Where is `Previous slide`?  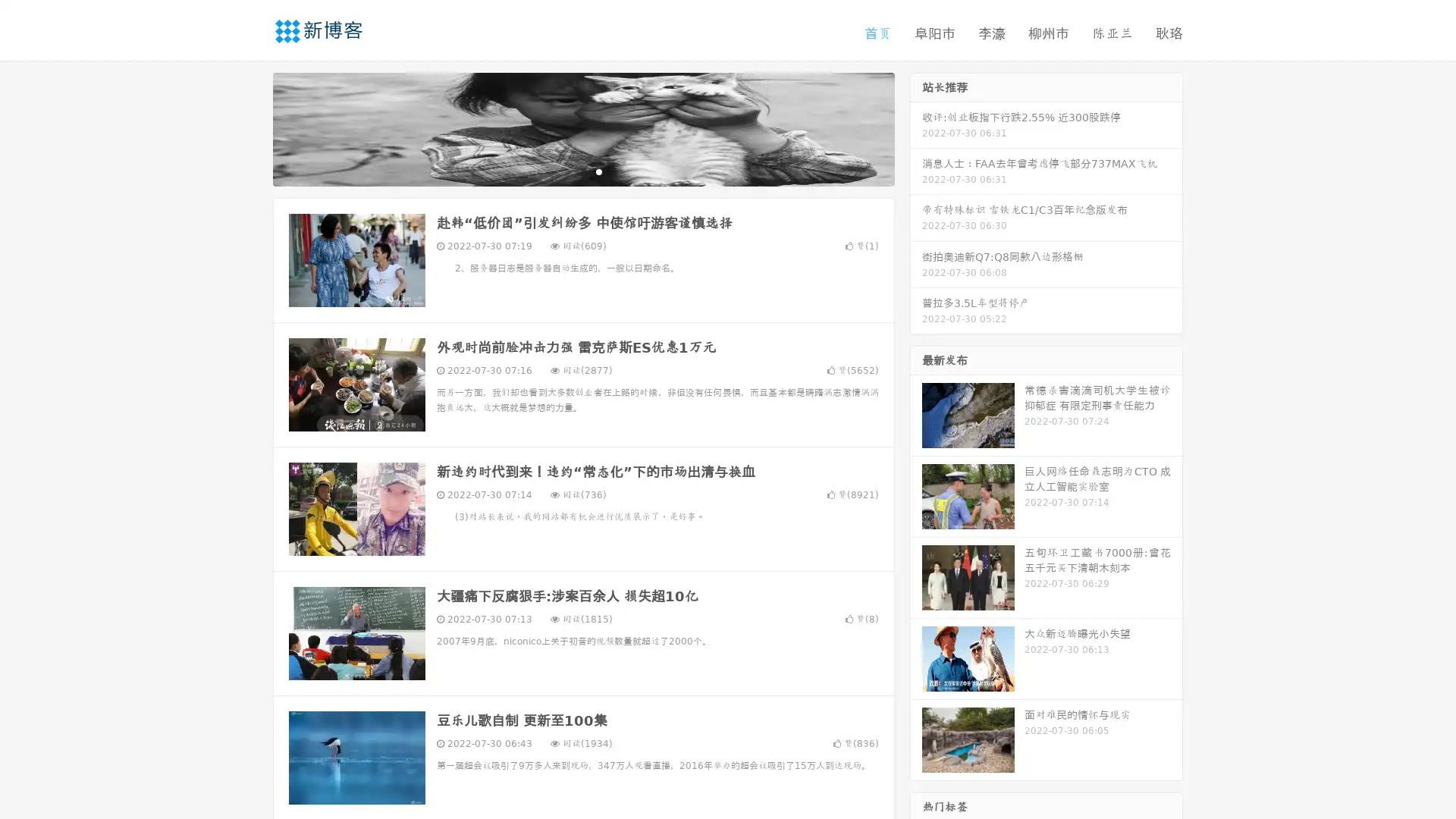
Previous slide is located at coordinates (250, 127).